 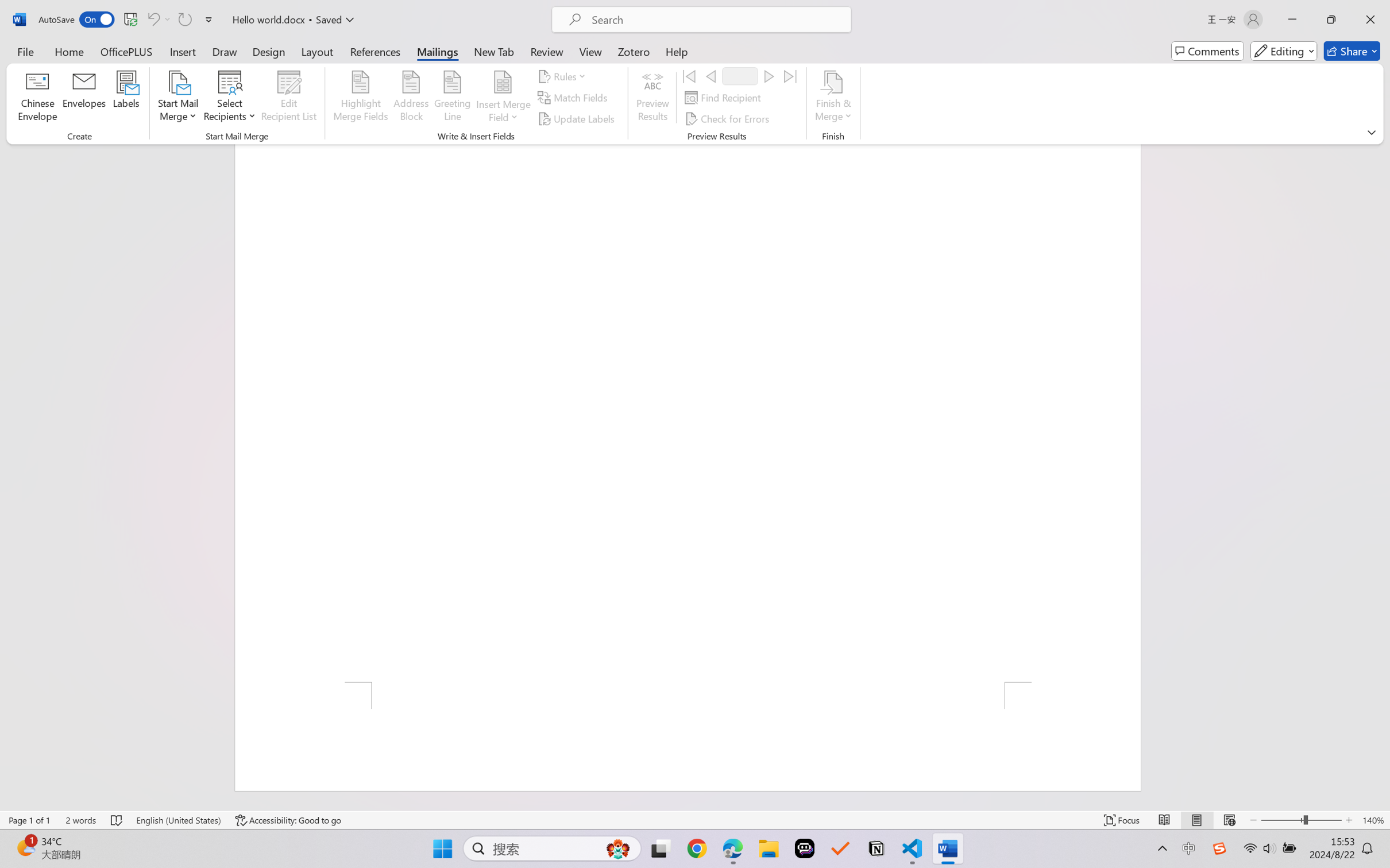 I want to click on 'New Tab', so click(x=493, y=51).